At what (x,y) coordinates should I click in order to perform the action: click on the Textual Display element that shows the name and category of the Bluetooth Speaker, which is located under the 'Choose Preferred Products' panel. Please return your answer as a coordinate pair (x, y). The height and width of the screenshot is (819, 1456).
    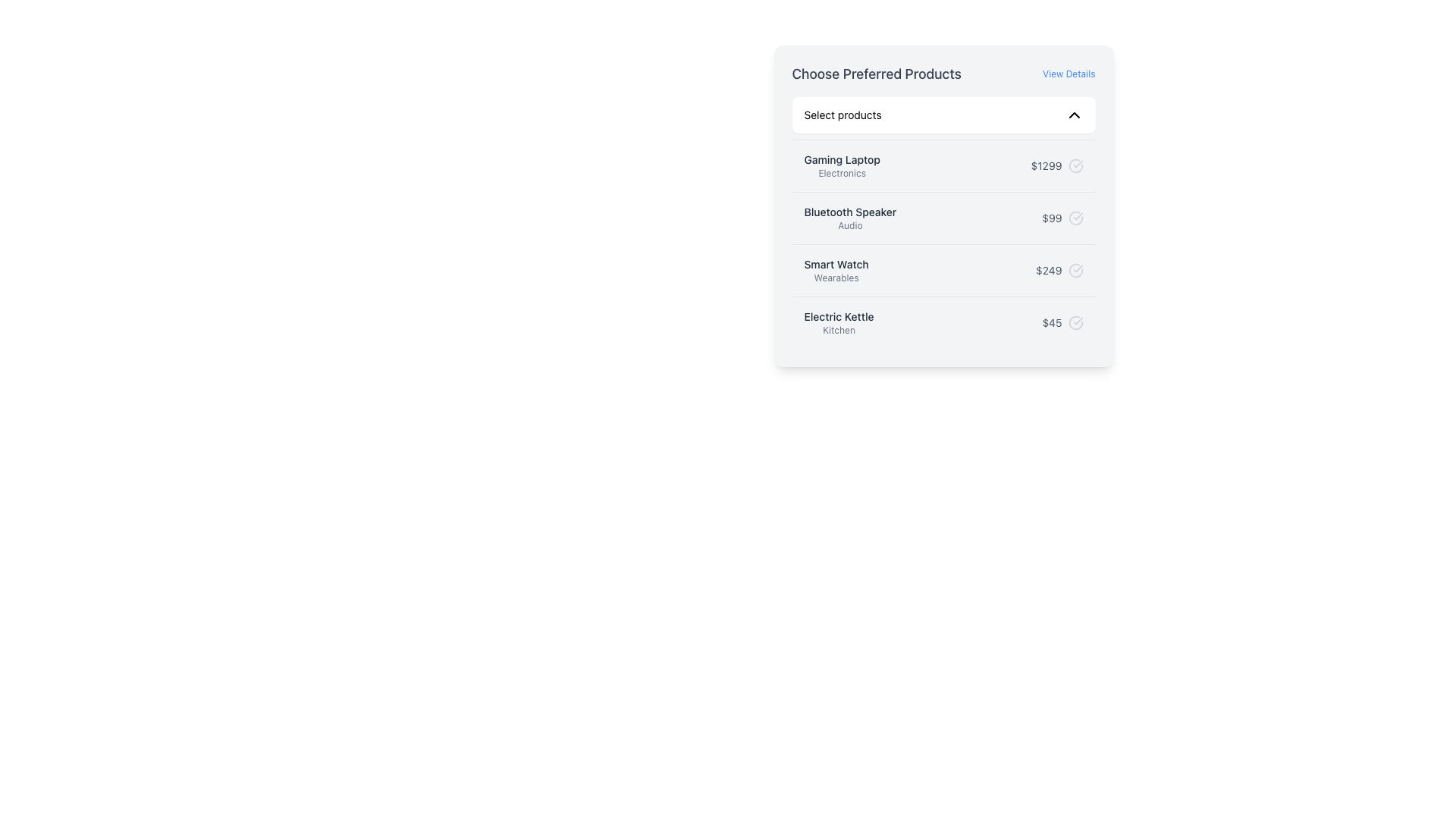
    Looking at the image, I should click on (850, 218).